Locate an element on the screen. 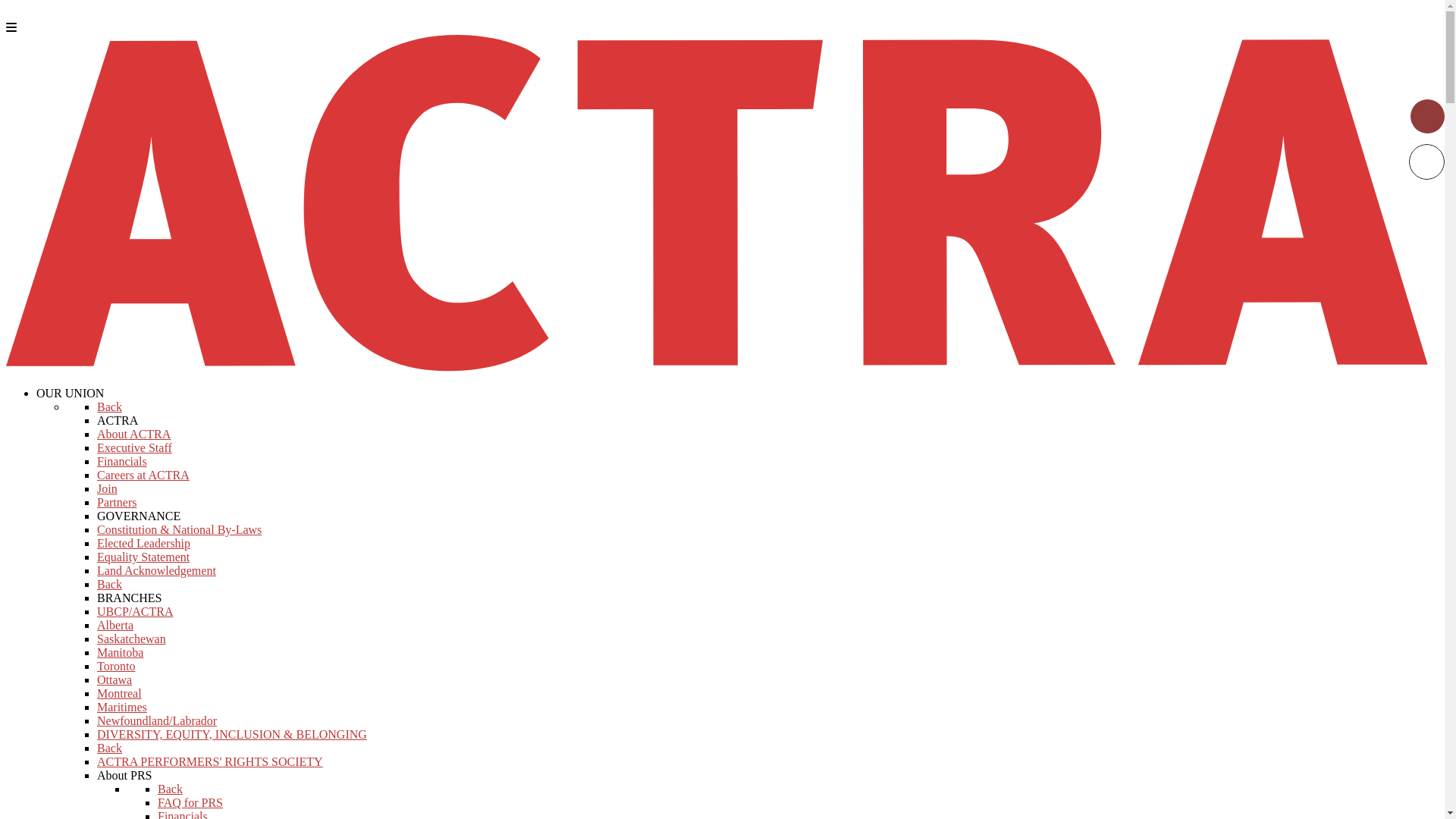 This screenshot has width=1456, height=819. 'Constitution & National By-Laws' is located at coordinates (179, 529).